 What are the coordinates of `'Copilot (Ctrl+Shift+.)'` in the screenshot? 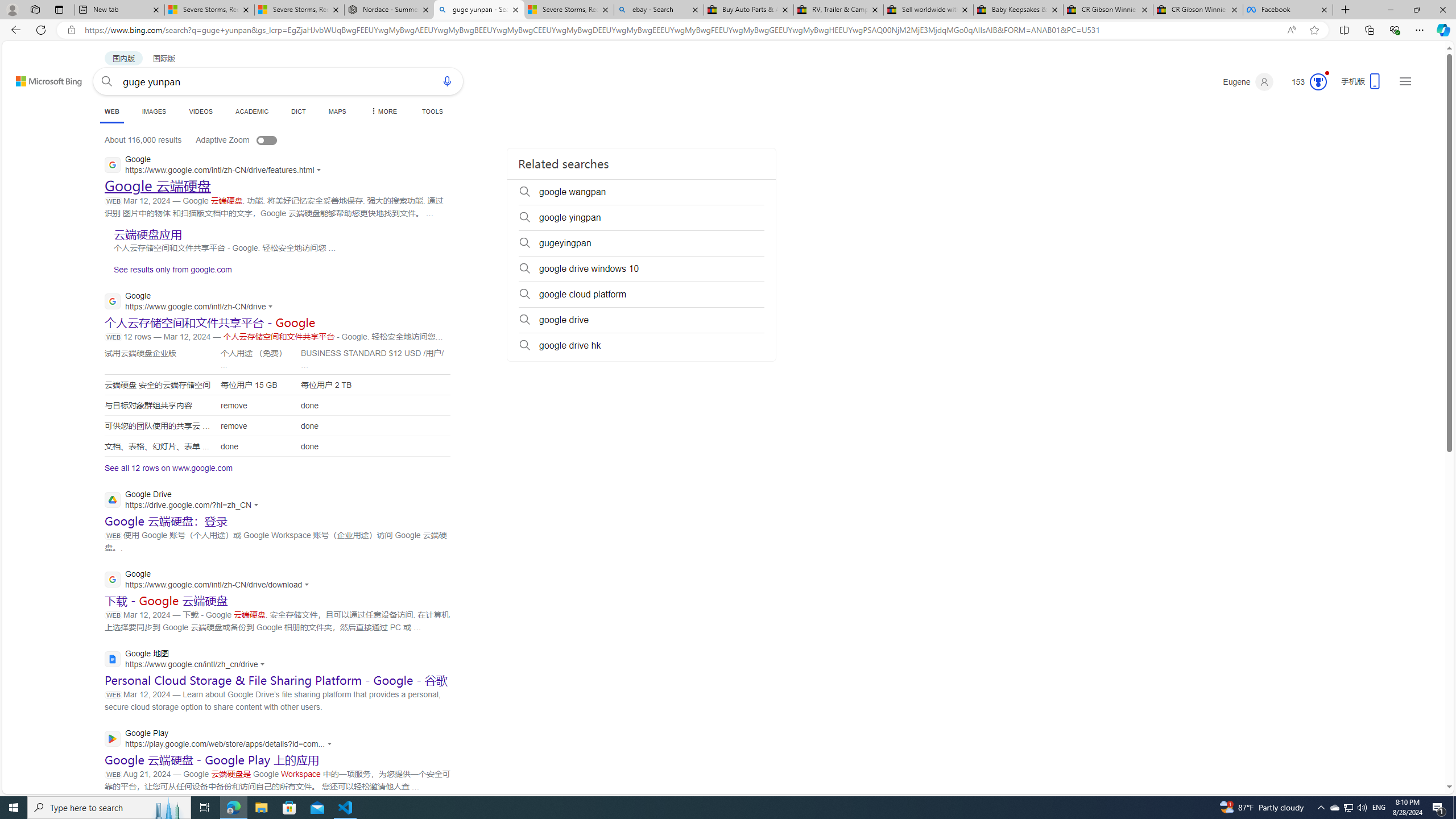 It's located at (1442, 29).